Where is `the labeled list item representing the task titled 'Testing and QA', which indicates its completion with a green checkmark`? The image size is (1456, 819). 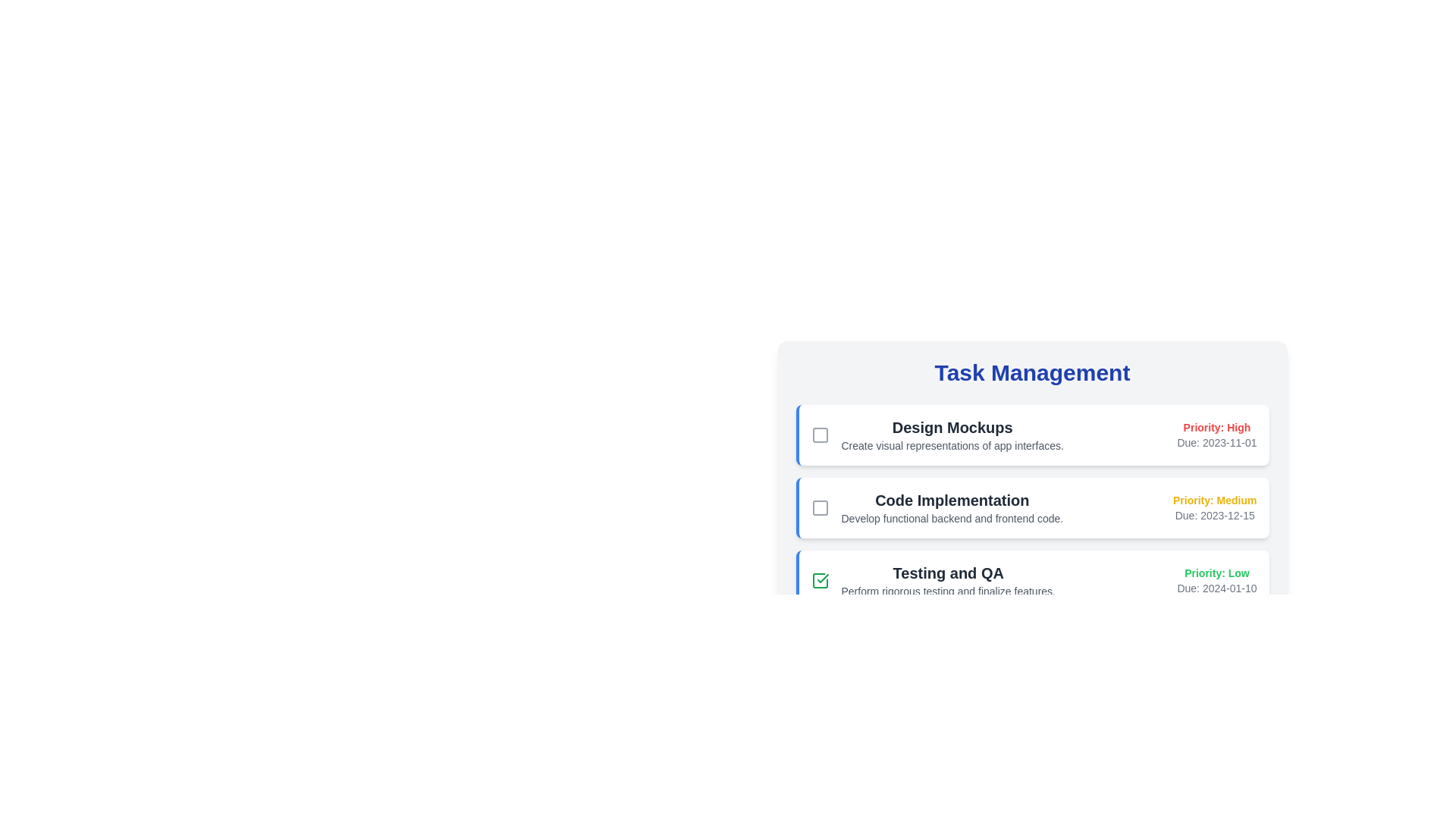
the labeled list item representing the task titled 'Testing and QA', which indicates its completion with a green checkmark is located at coordinates (932, 580).